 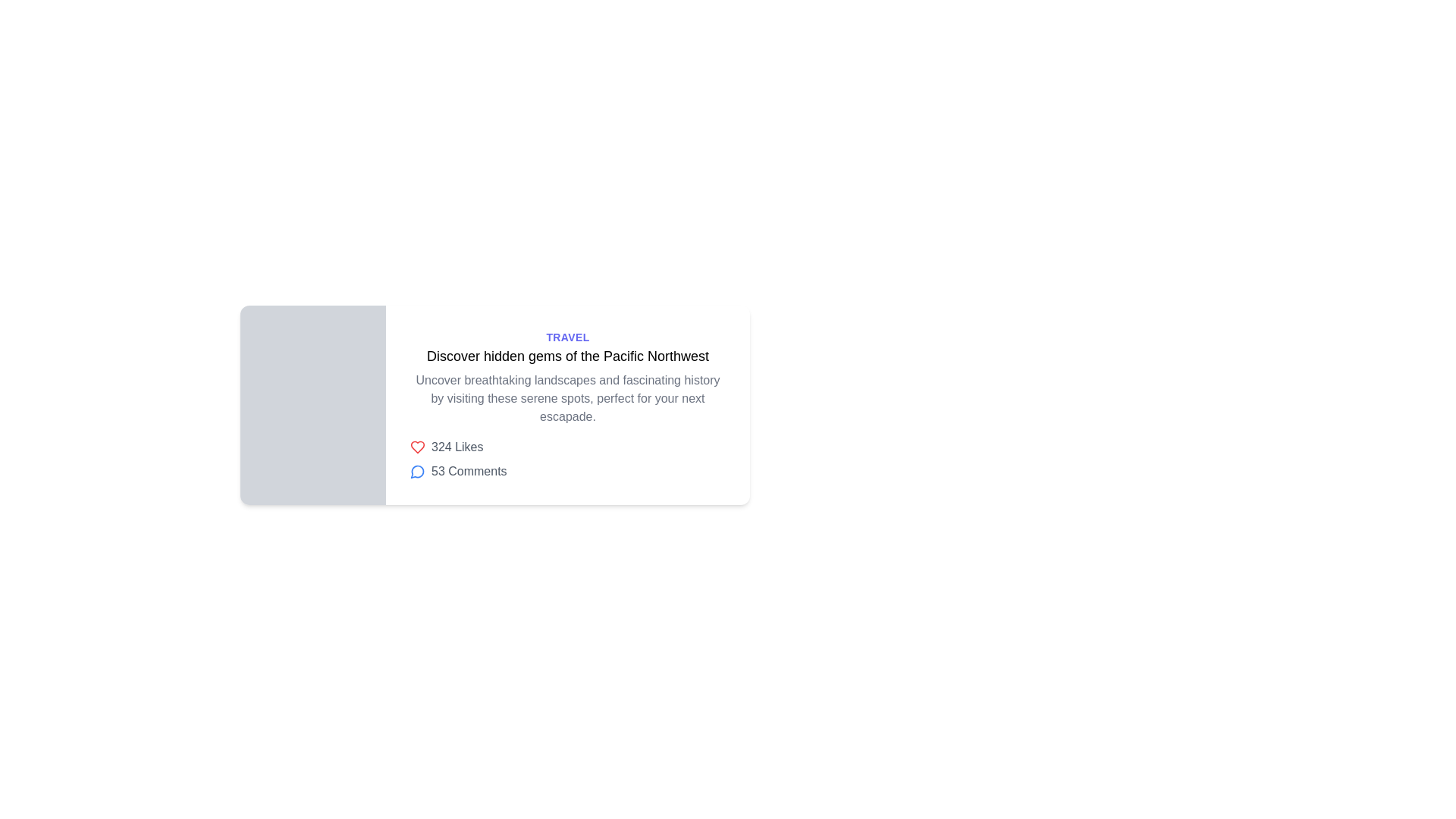 What do you see at coordinates (566, 356) in the screenshot?
I see `the hyperlink styled with a bold font displaying 'Discover hidden gems of the Pacific Northwest'` at bounding box center [566, 356].